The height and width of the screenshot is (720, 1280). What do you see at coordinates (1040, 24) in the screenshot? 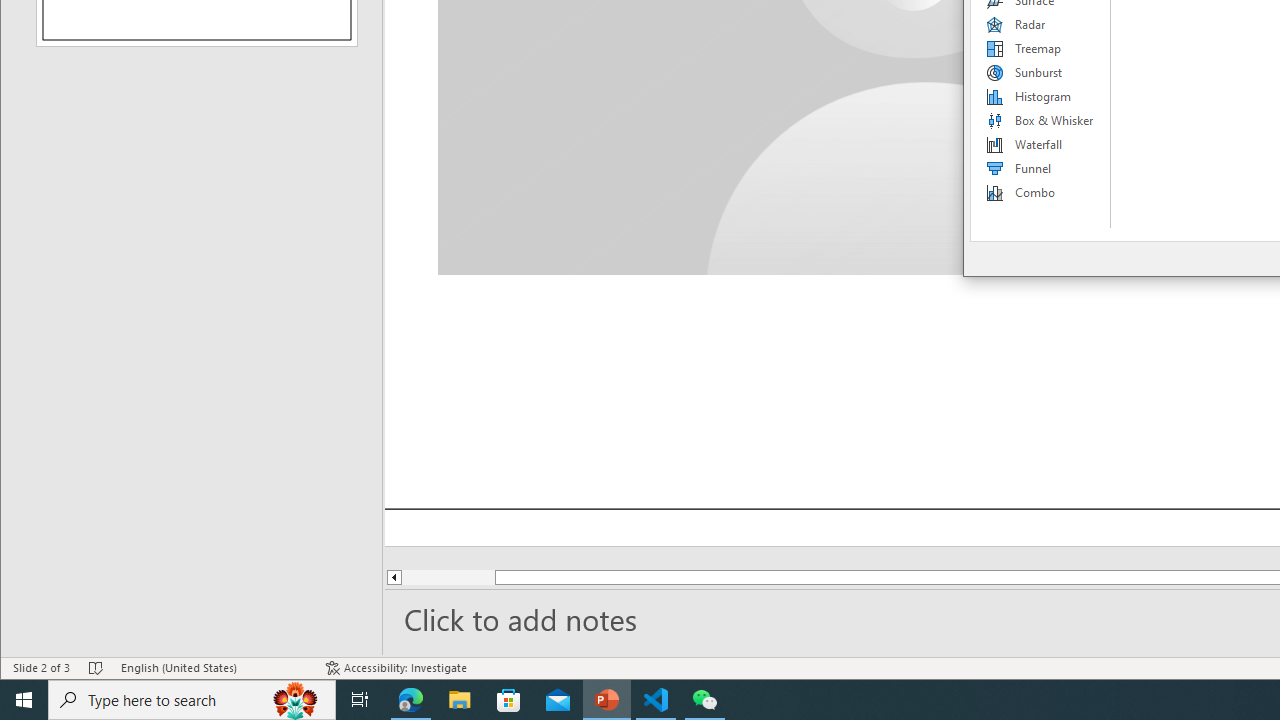
I see `'Radar'` at bounding box center [1040, 24].